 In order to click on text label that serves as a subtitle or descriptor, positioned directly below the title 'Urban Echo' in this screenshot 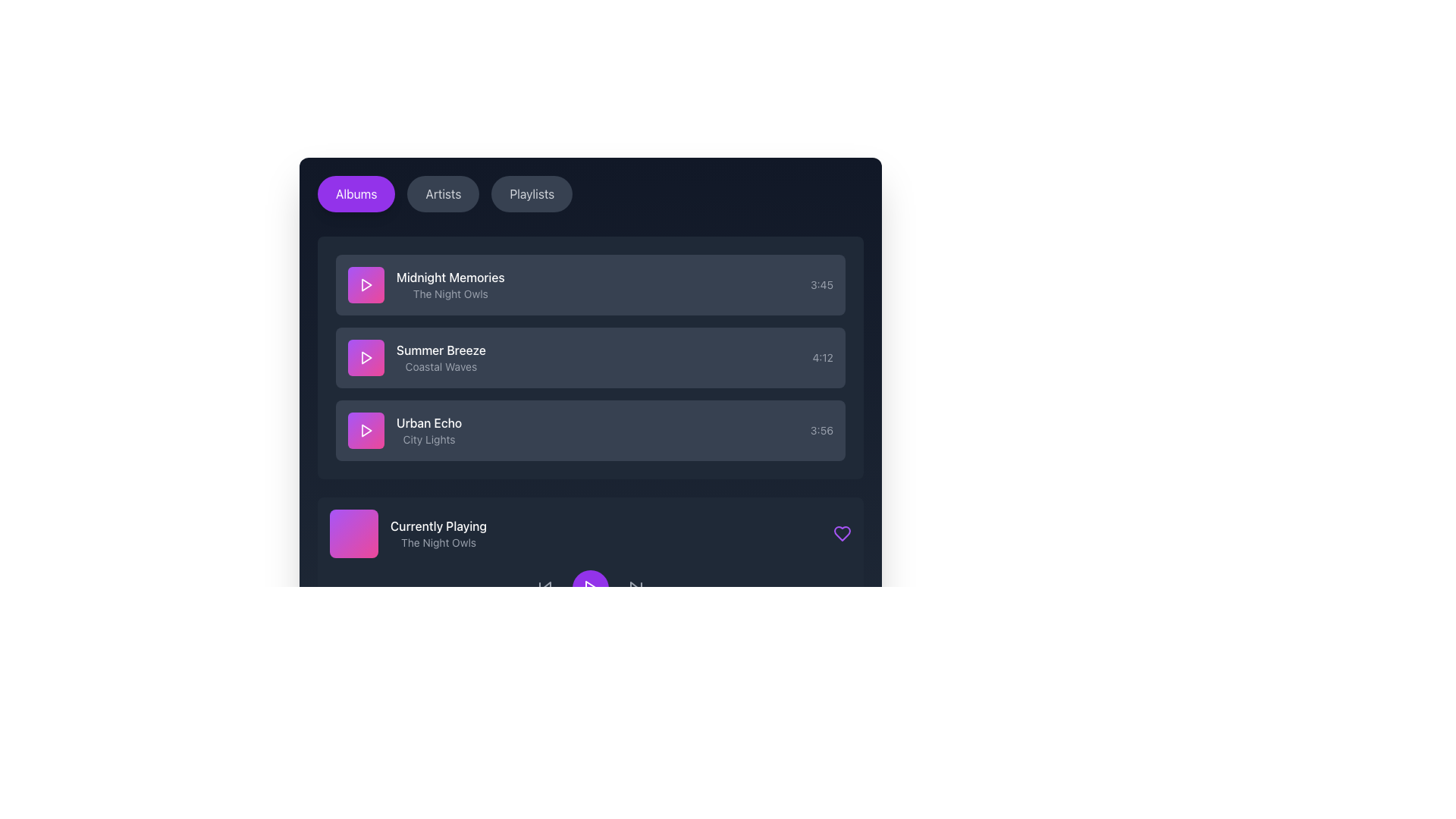, I will do `click(428, 439)`.